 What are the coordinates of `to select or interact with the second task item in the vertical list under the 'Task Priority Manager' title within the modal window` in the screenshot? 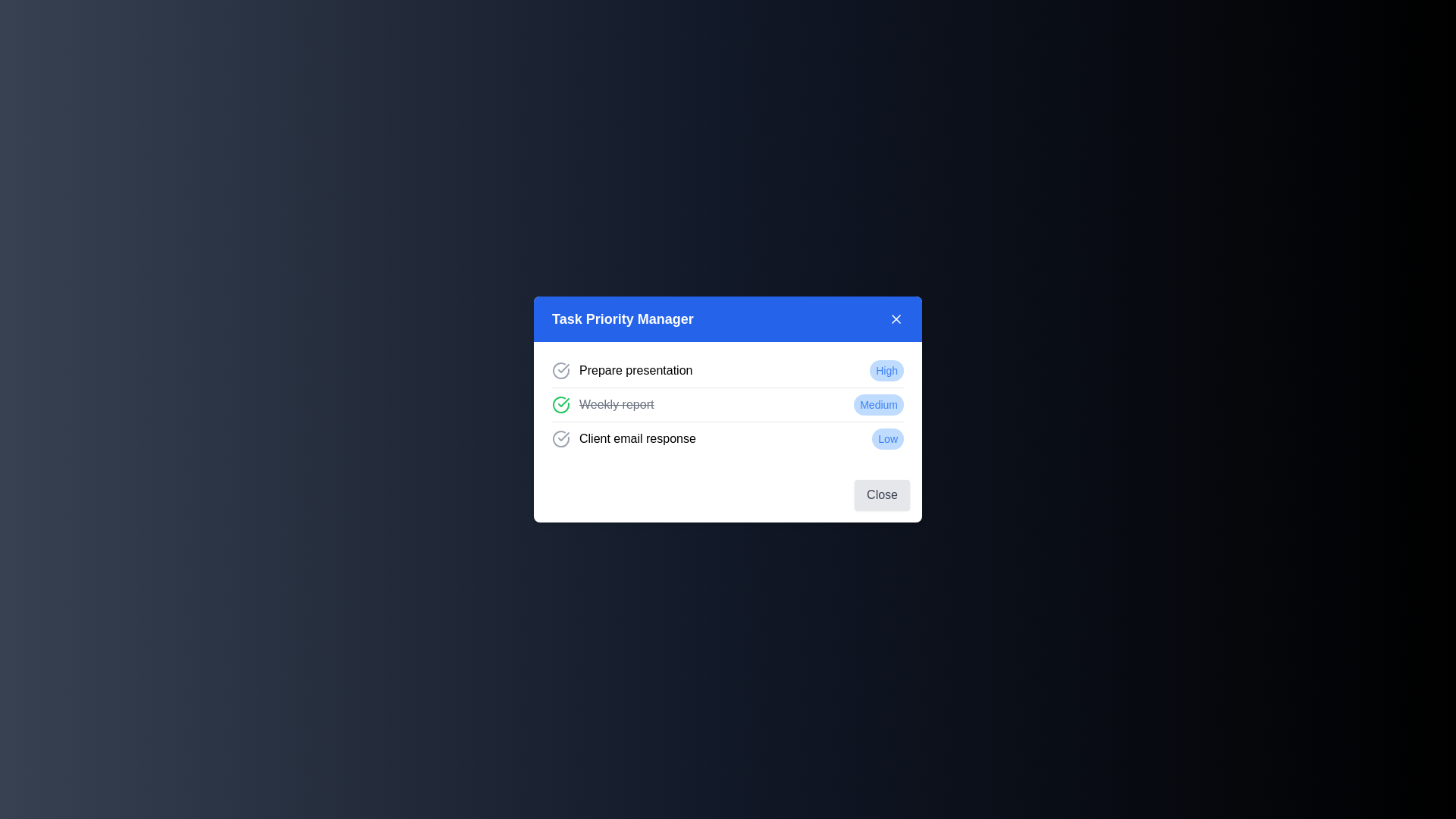 It's located at (728, 403).